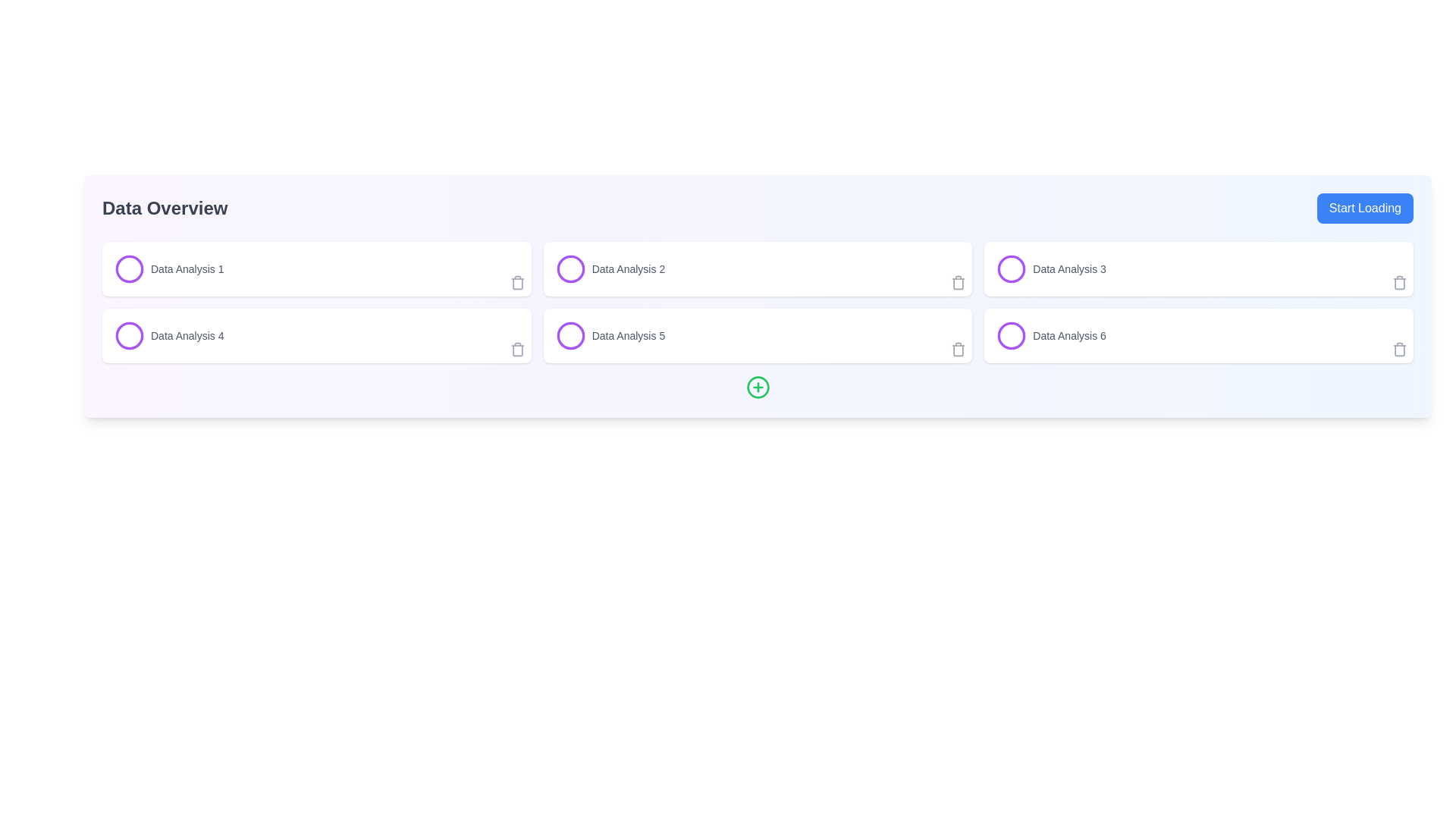 Image resolution: width=1456 pixels, height=819 pixels. Describe the element at coordinates (187, 268) in the screenshot. I see `text content of the label displaying 'Data Analysis 1', located in the top-left segment of a 2x3 grid layout` at that location.